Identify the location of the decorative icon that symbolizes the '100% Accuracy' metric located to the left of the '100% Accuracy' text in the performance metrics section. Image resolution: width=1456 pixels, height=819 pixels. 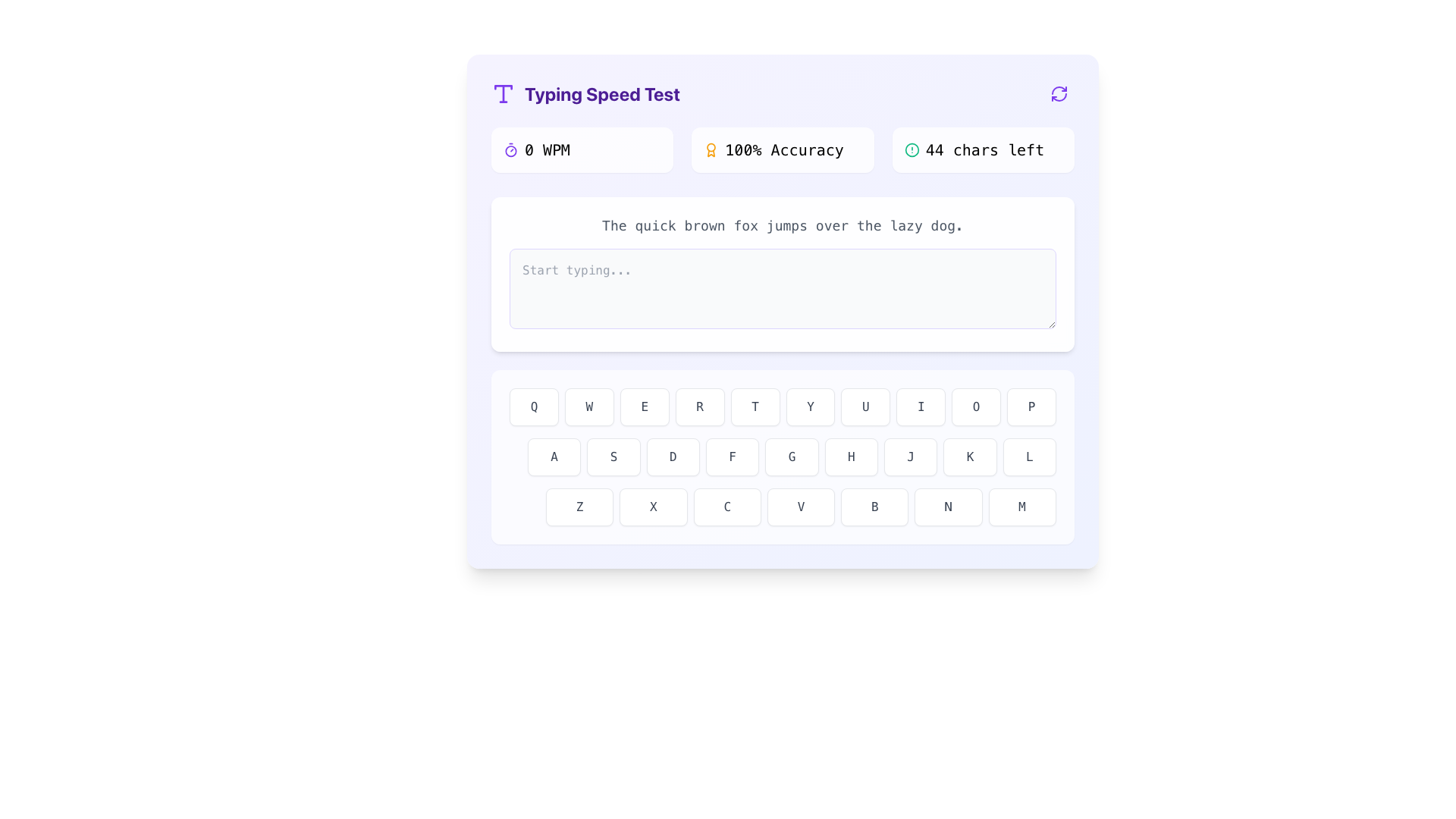
(711, 149).